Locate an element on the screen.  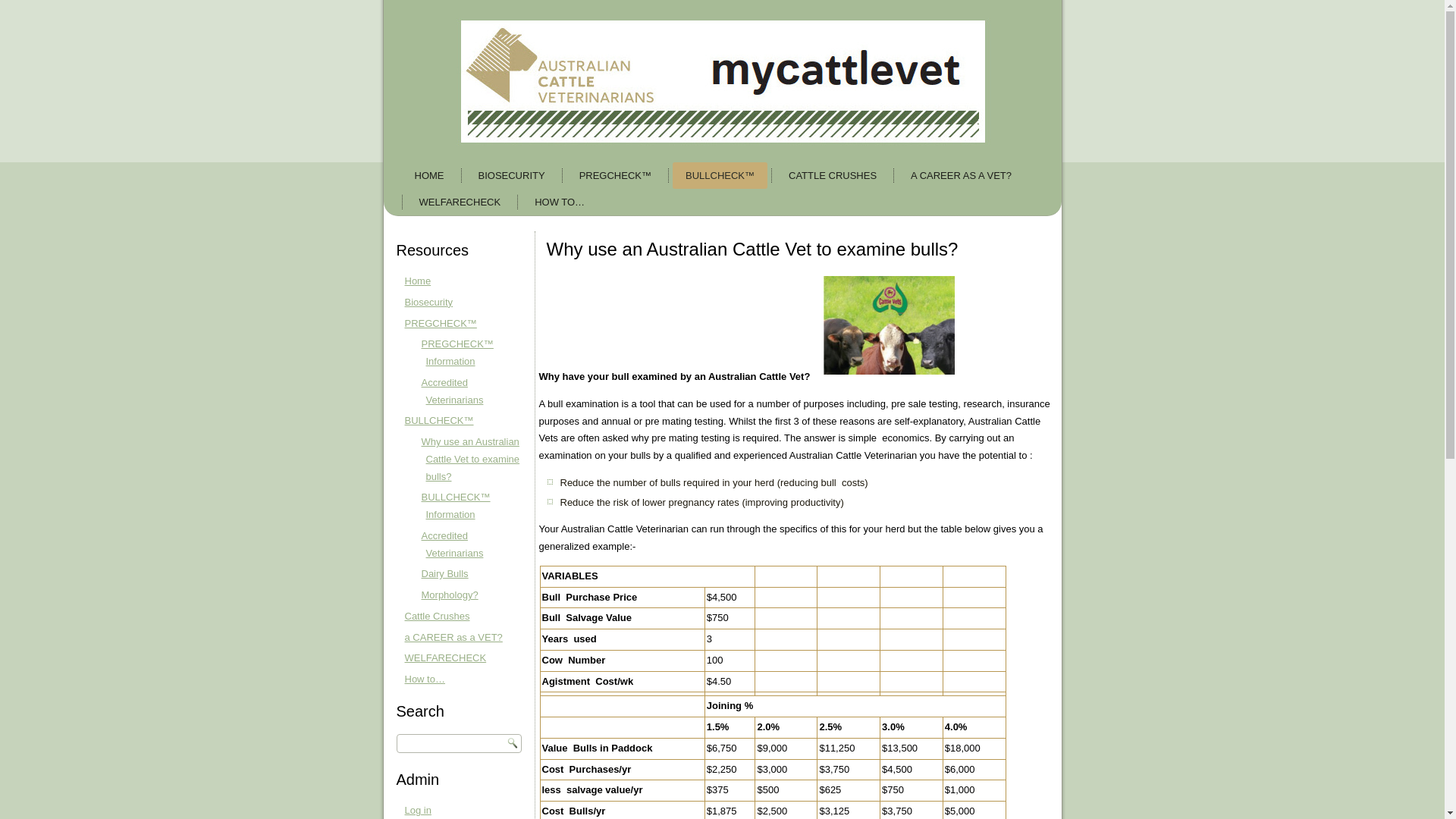
'Accredited Veterinarians' is located at coordinates (422, 391).